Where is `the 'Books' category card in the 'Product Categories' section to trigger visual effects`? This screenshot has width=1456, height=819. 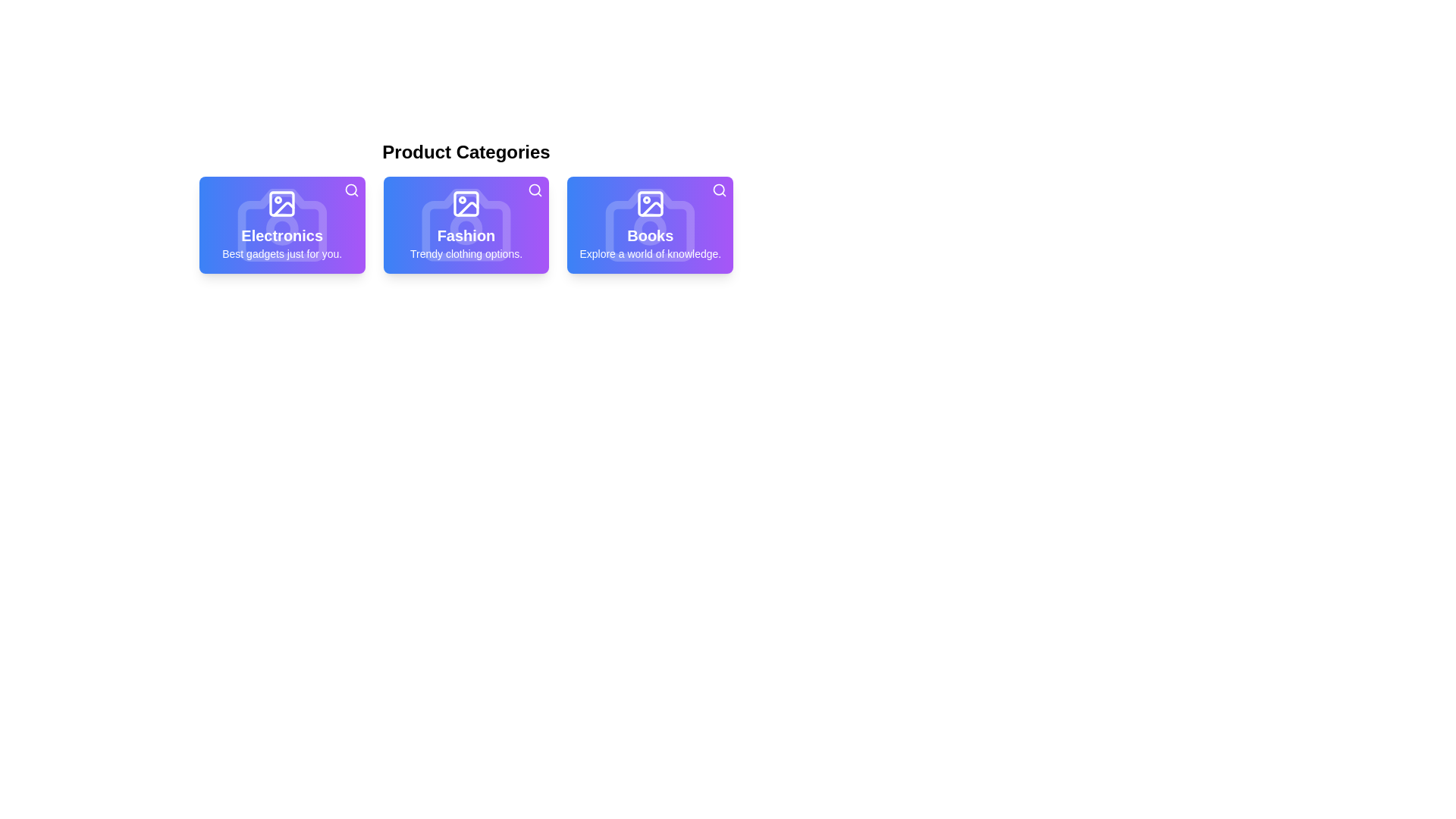
the 'Books' category card in the 'Product Categories' section to trigger visual effects is located at coordinates (650, 225).